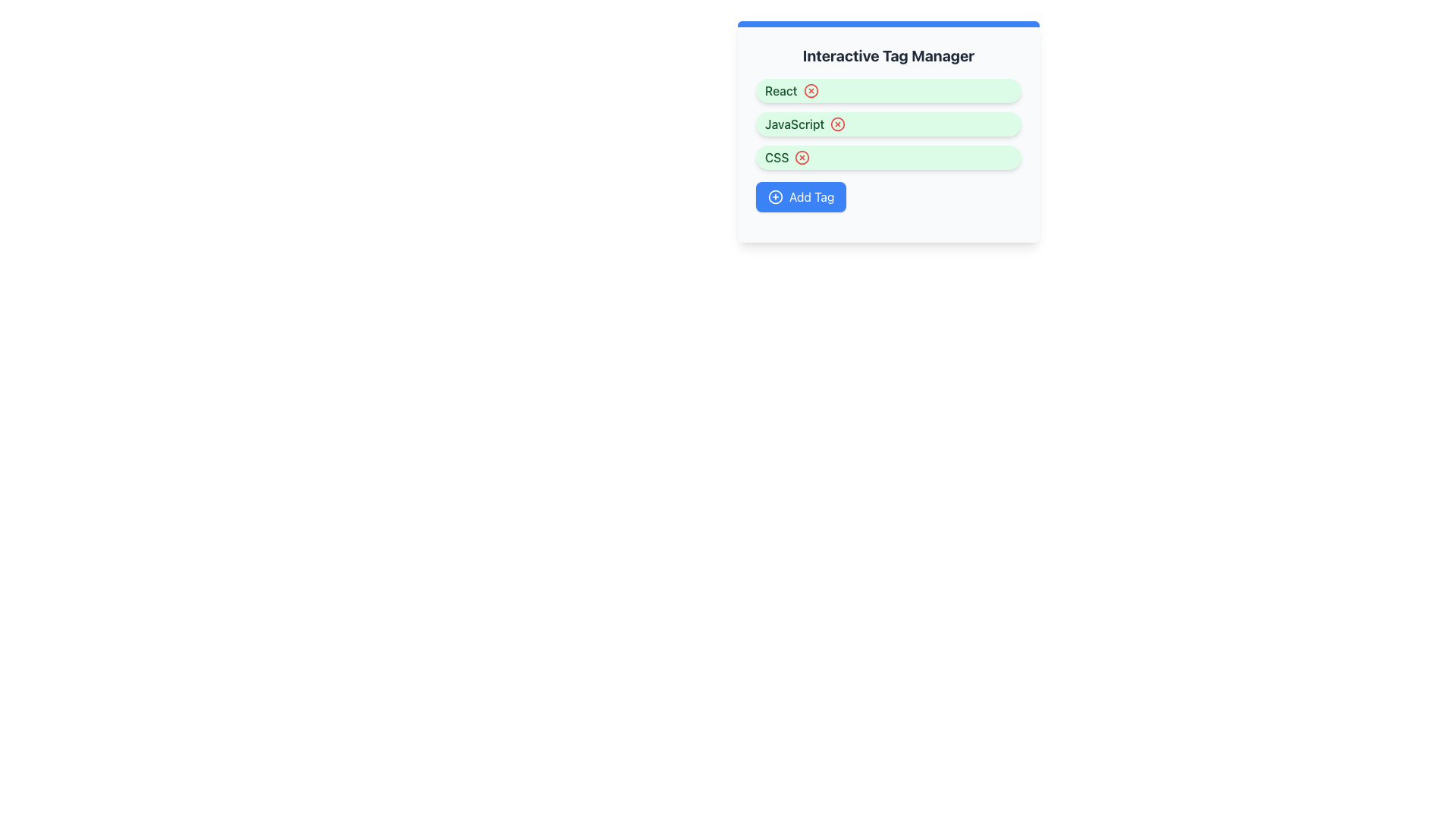 This screenshot has height=819, width=1456. Describe the element at coordinates (775, 196) in the screenshot. I see `the plus sign icon within the 'Add Tag' button, which is styled with a modern minimal design and positioned left of the 'Add Tag' text` at that location.